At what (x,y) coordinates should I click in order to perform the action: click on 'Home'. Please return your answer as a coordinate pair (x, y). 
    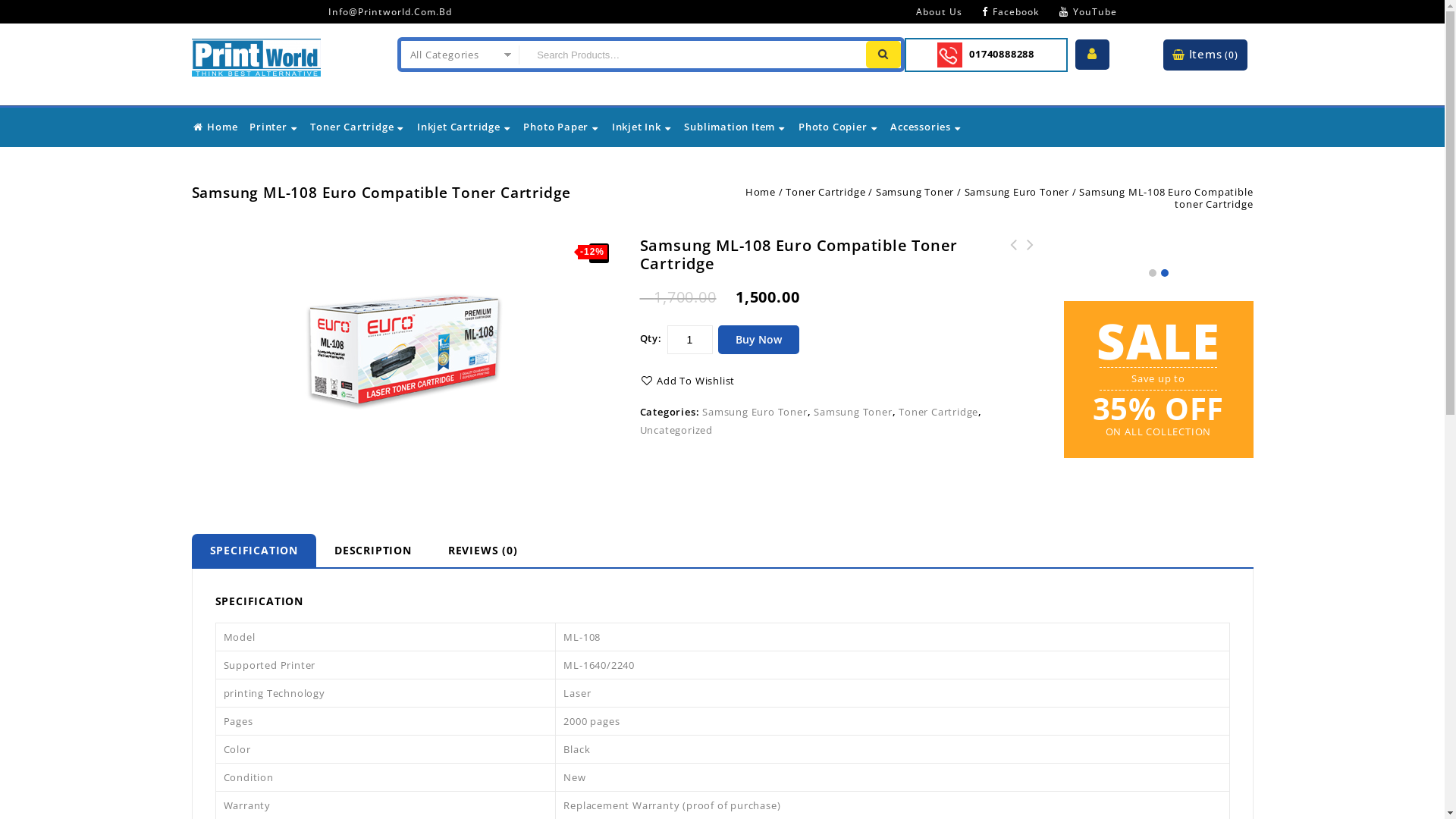
    Looking at the image, I should click on (214, 125).